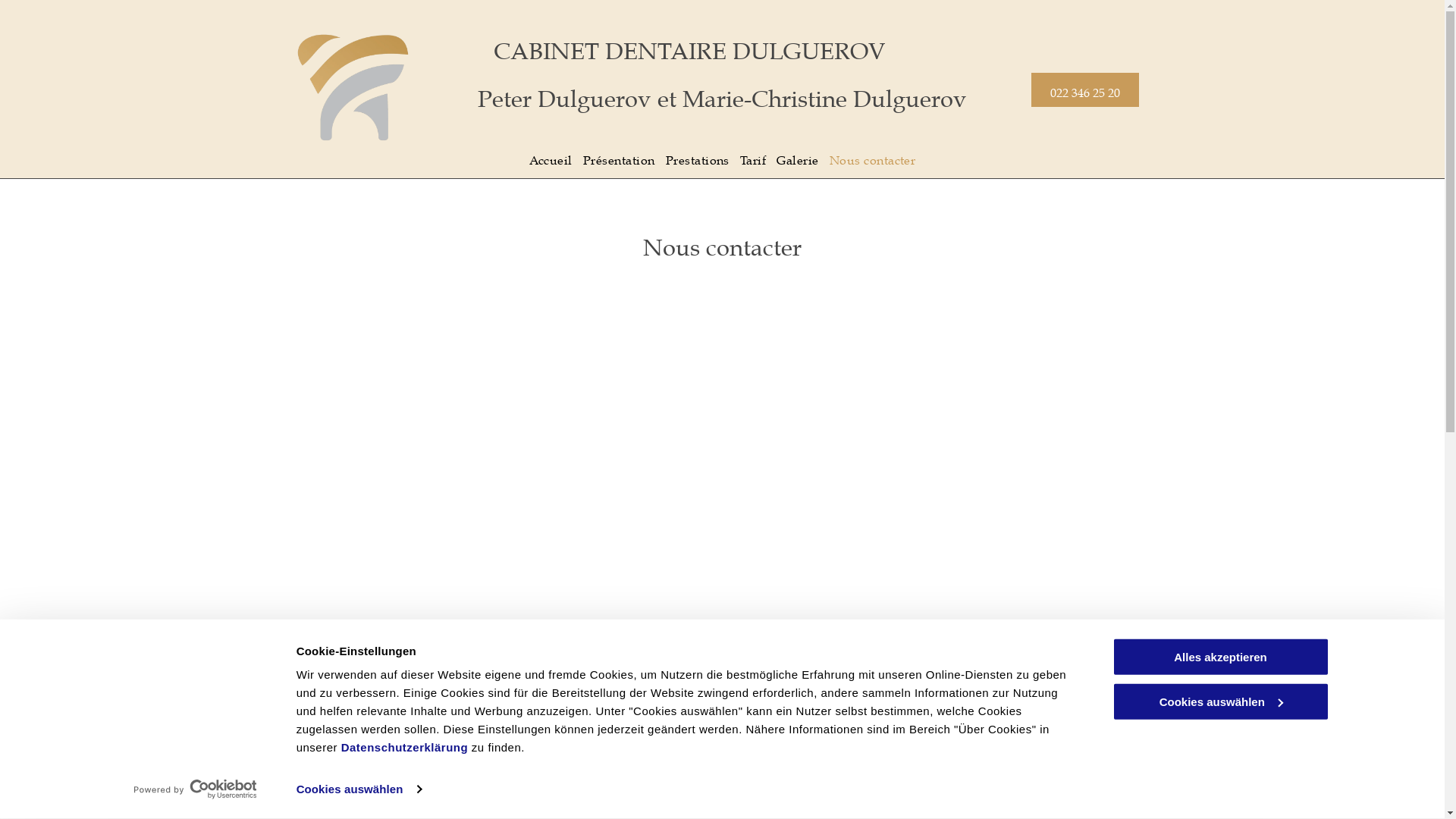  I want to click on 'Alles akzeptieren', so click(1219, 656).